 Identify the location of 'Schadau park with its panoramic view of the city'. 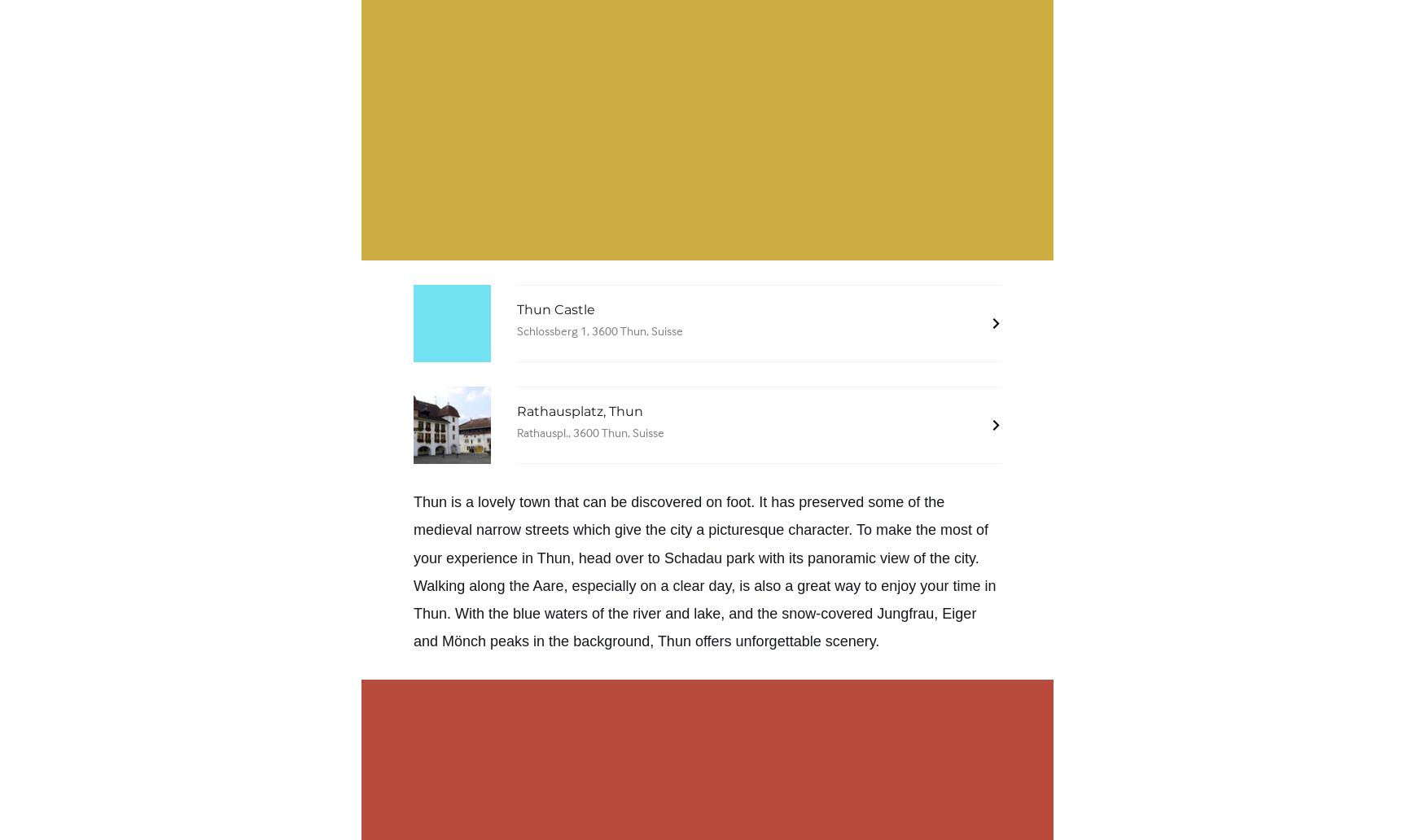
(817, 557).